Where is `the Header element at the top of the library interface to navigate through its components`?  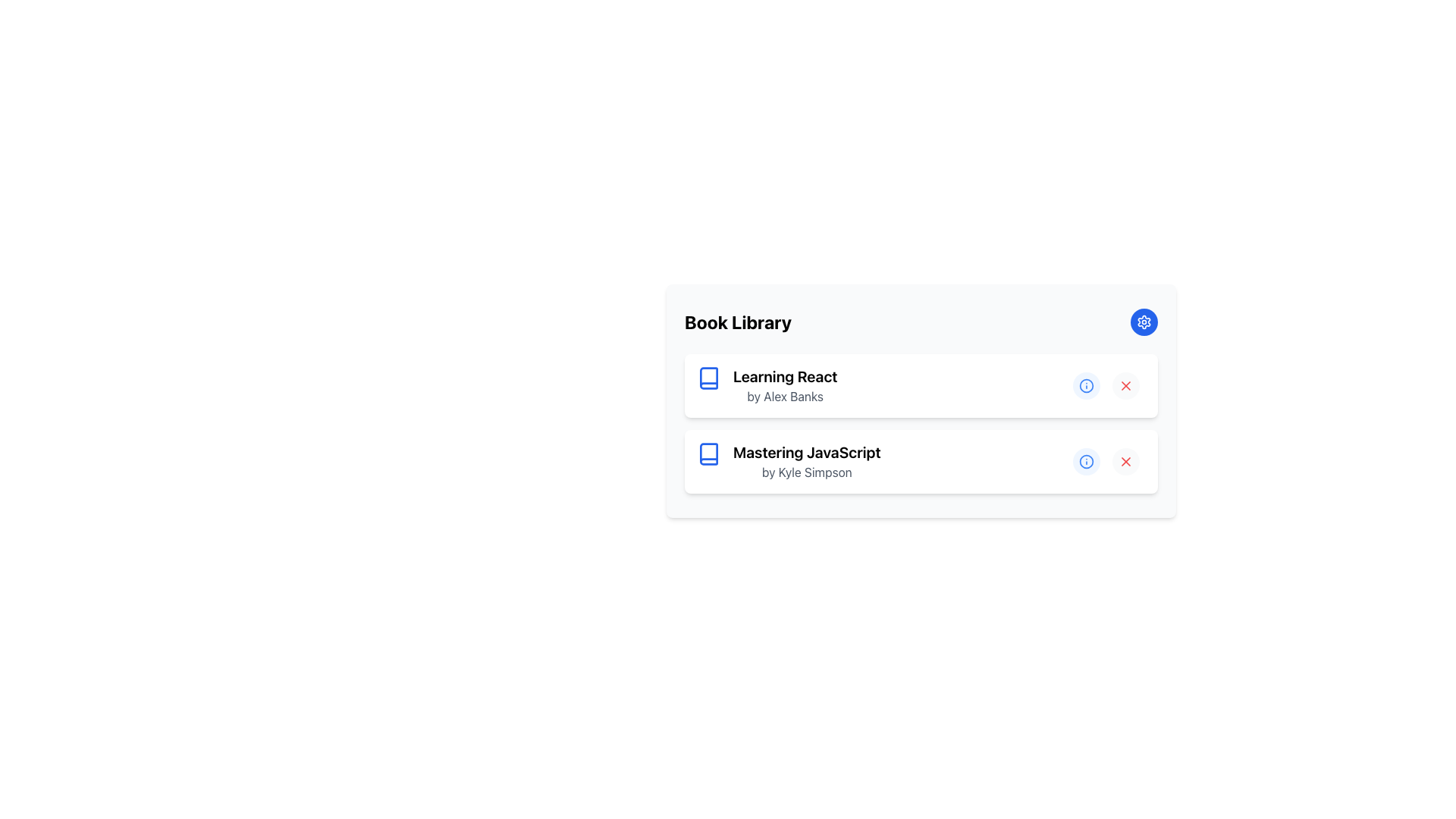
the Header element at the top of the library interface to navigate through its components is located at coordinates (920, 321).